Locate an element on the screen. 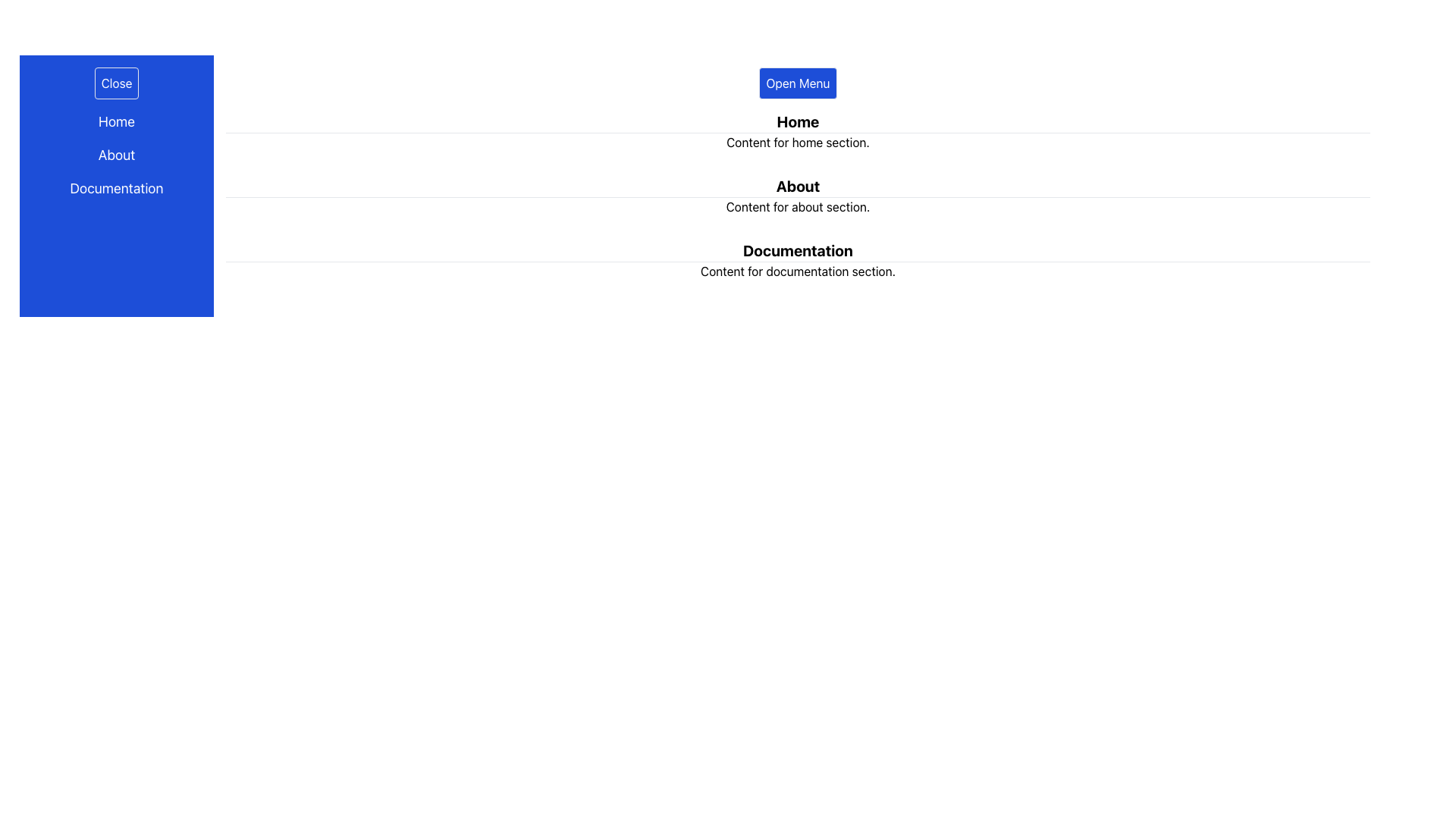 The height and width of the screenshot is (819, 1456). descriptive text located below the 'About' title on the right side of the interface, which provides context for the section is located at coordinates (797, 207).